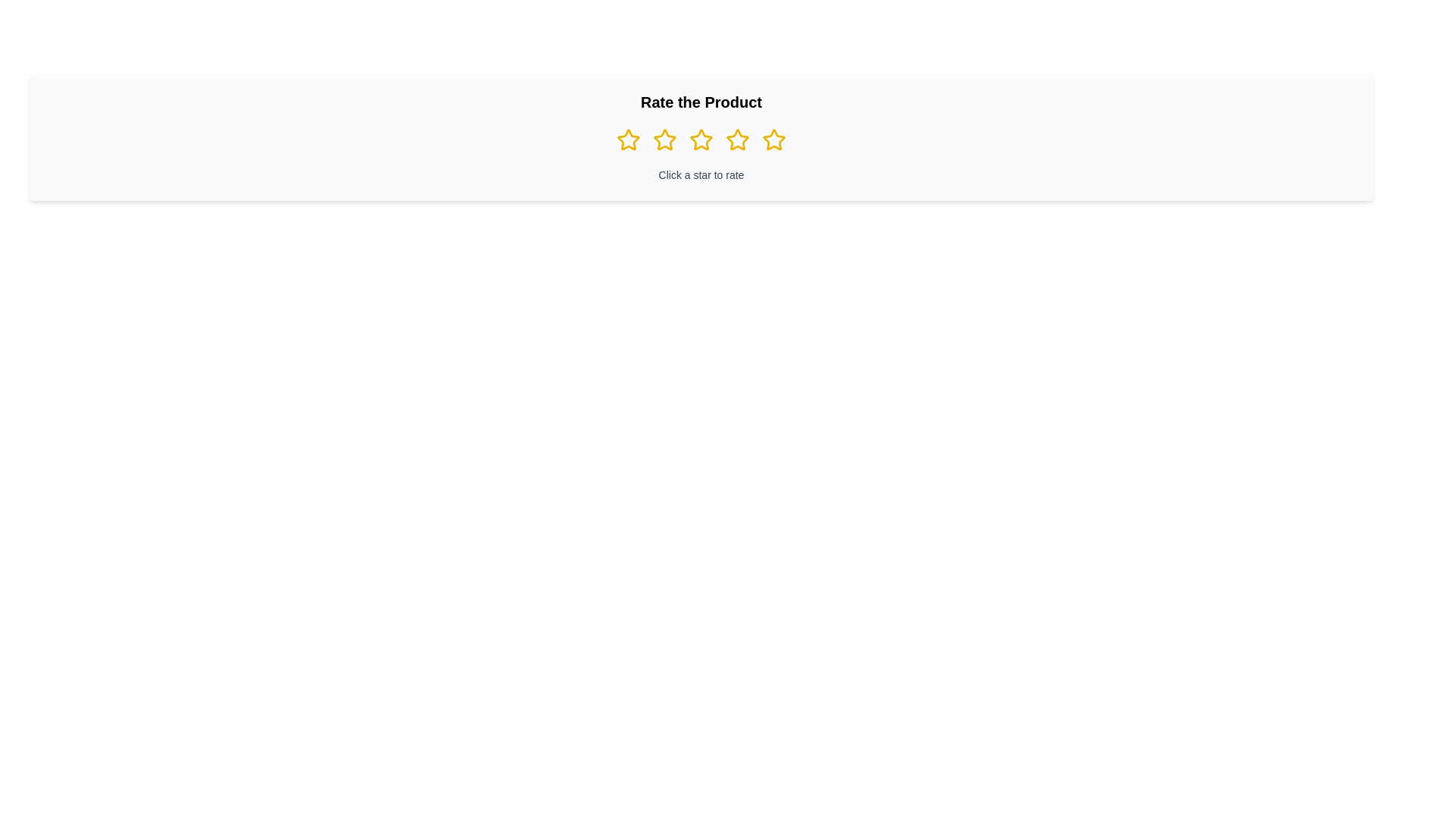 Image resolution: width=1456 pixels, height=819 pixels. I want to click on the fifth star icon in the rating system, which is a yellow outlined star with no fill, so click(774, 140).